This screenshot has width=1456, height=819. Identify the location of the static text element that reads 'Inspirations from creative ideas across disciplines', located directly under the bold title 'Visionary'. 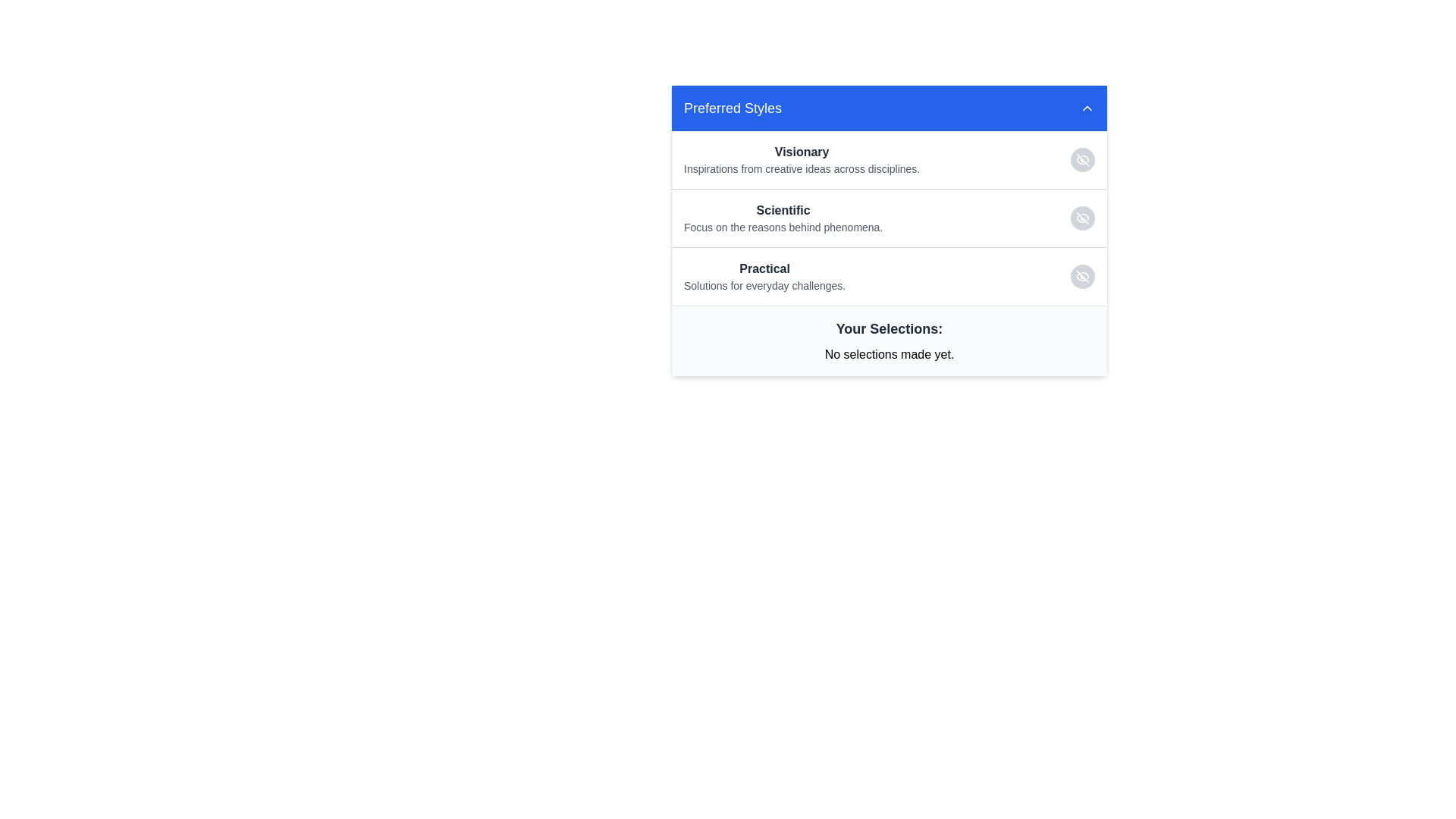
(801, 169).